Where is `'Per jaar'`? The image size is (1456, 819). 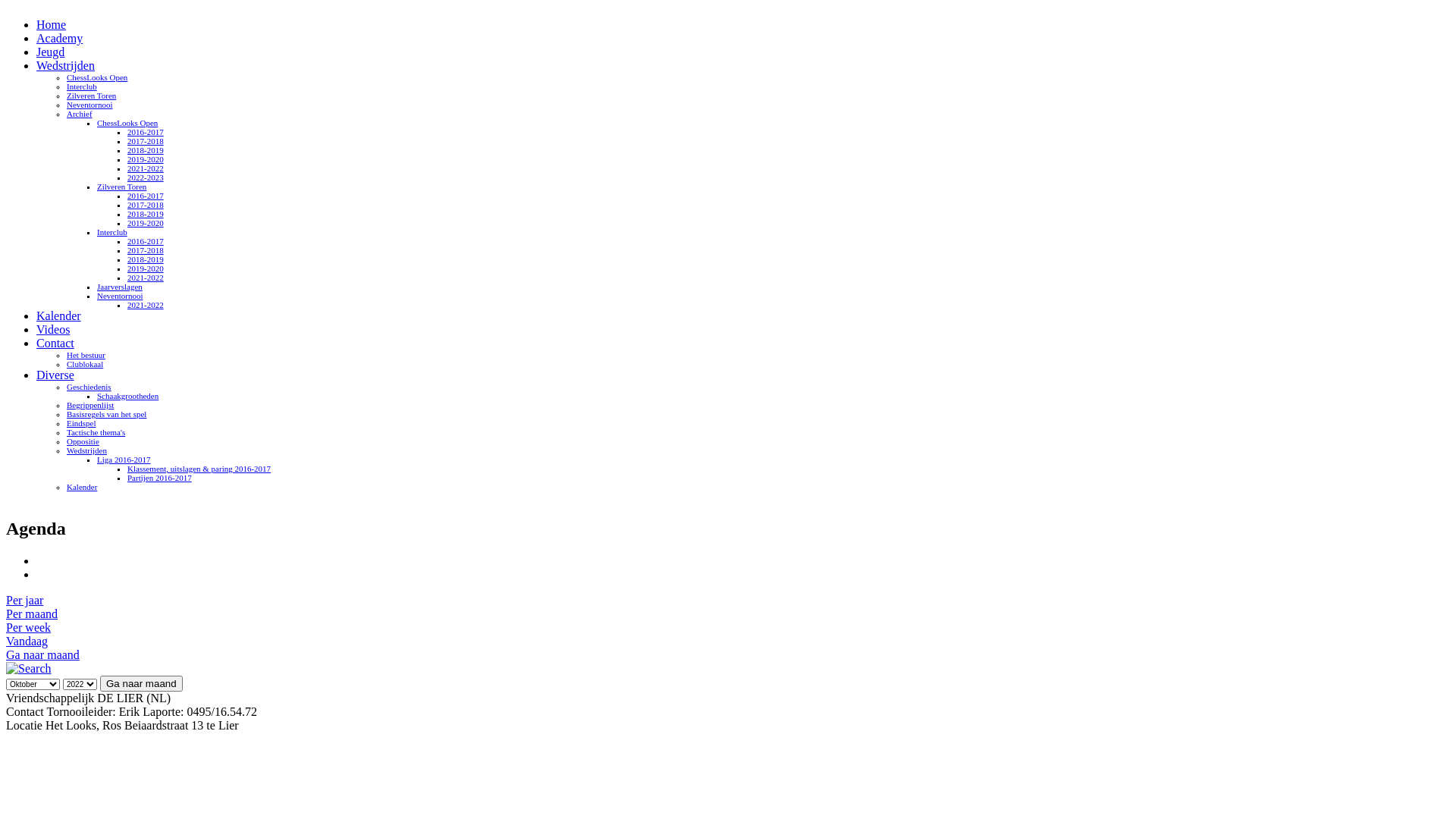 'Per jaar' is located at coordinates (24, 599).